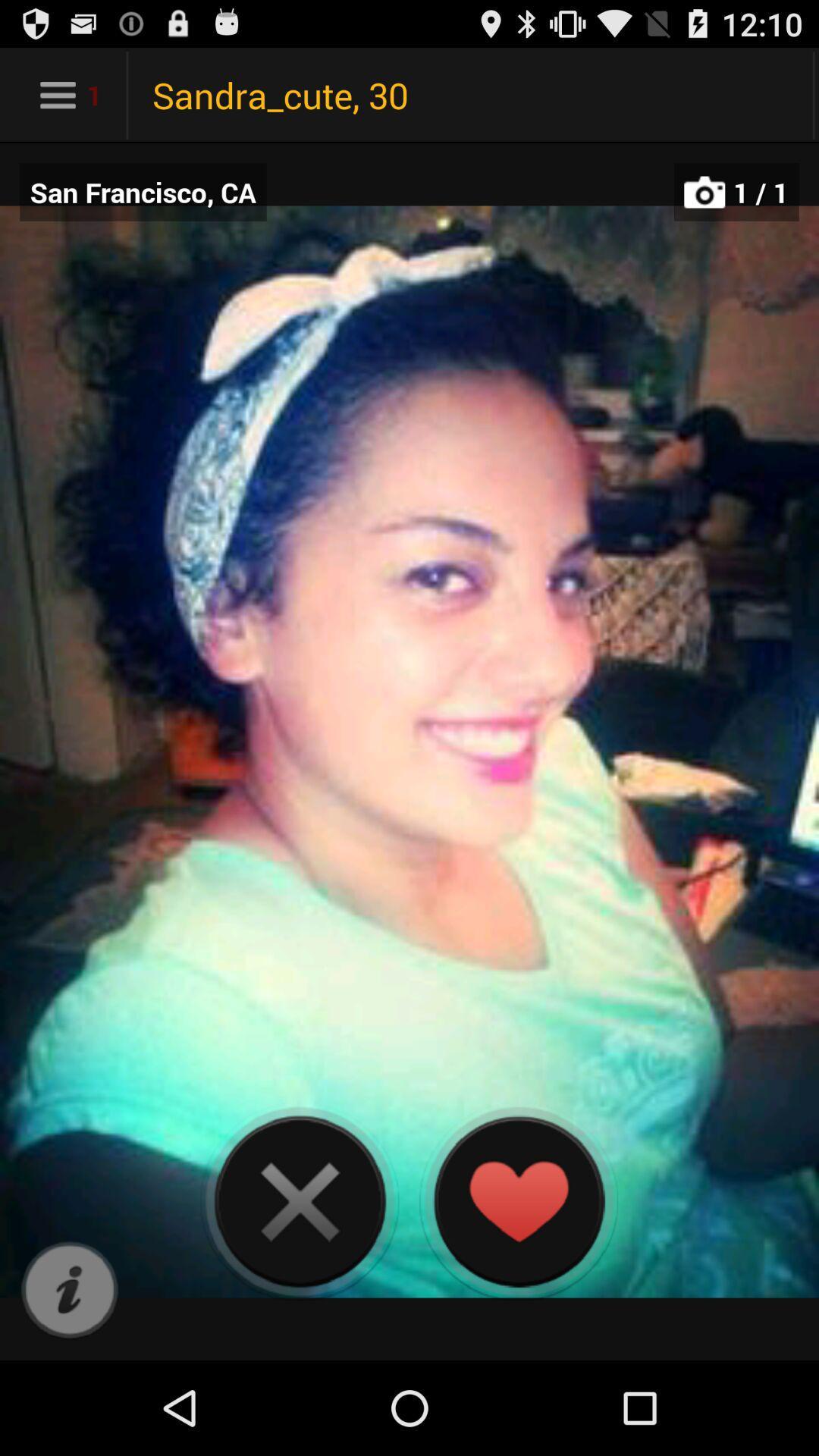  Describe the element at coordinates (517, 1200) in the screenshot. I see `like the picture` at that location.